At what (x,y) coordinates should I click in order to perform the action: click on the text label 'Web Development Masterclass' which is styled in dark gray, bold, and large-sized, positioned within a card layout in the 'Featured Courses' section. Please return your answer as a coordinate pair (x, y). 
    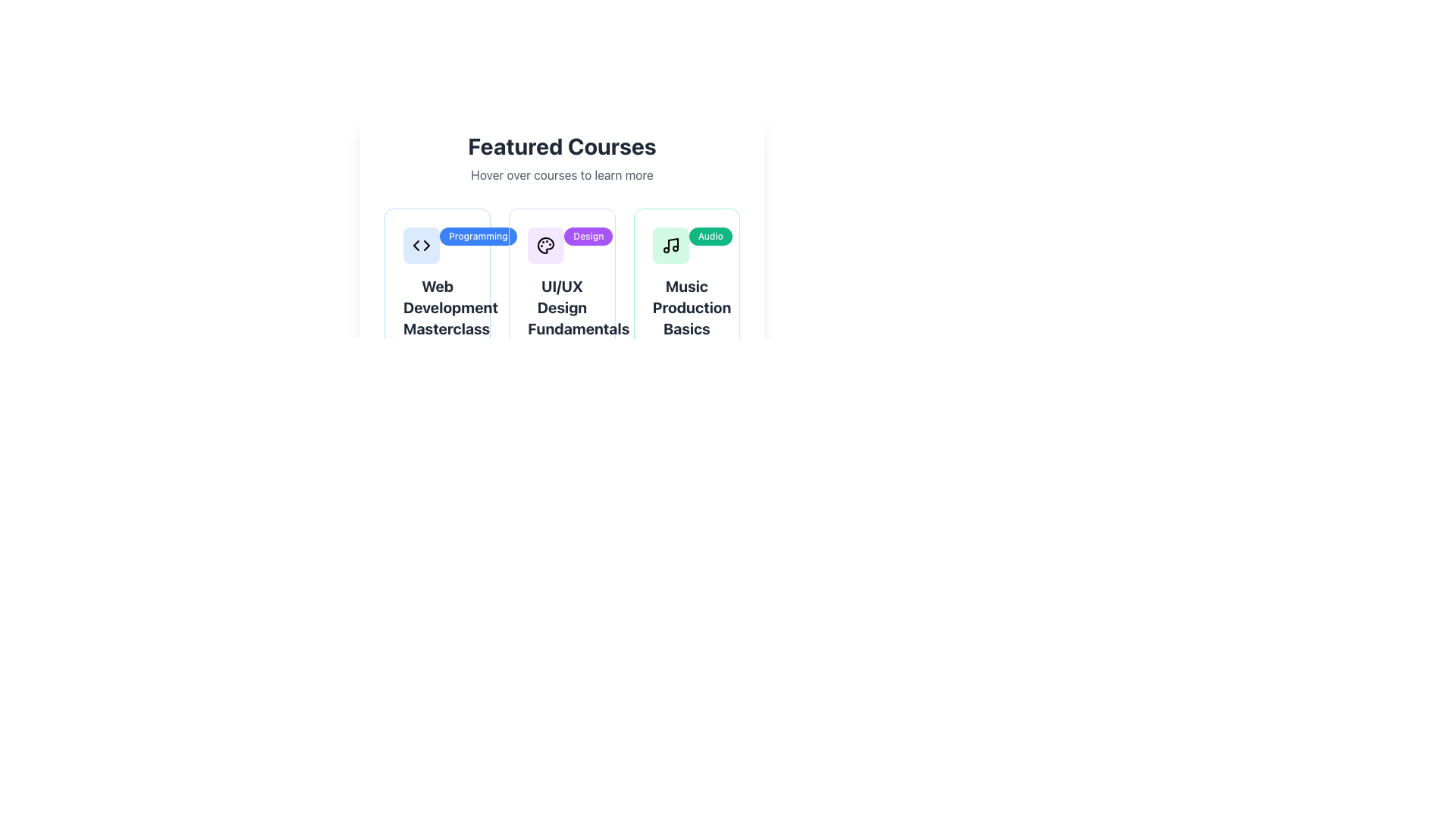
    Looking at the image, I should click on (437, 307).